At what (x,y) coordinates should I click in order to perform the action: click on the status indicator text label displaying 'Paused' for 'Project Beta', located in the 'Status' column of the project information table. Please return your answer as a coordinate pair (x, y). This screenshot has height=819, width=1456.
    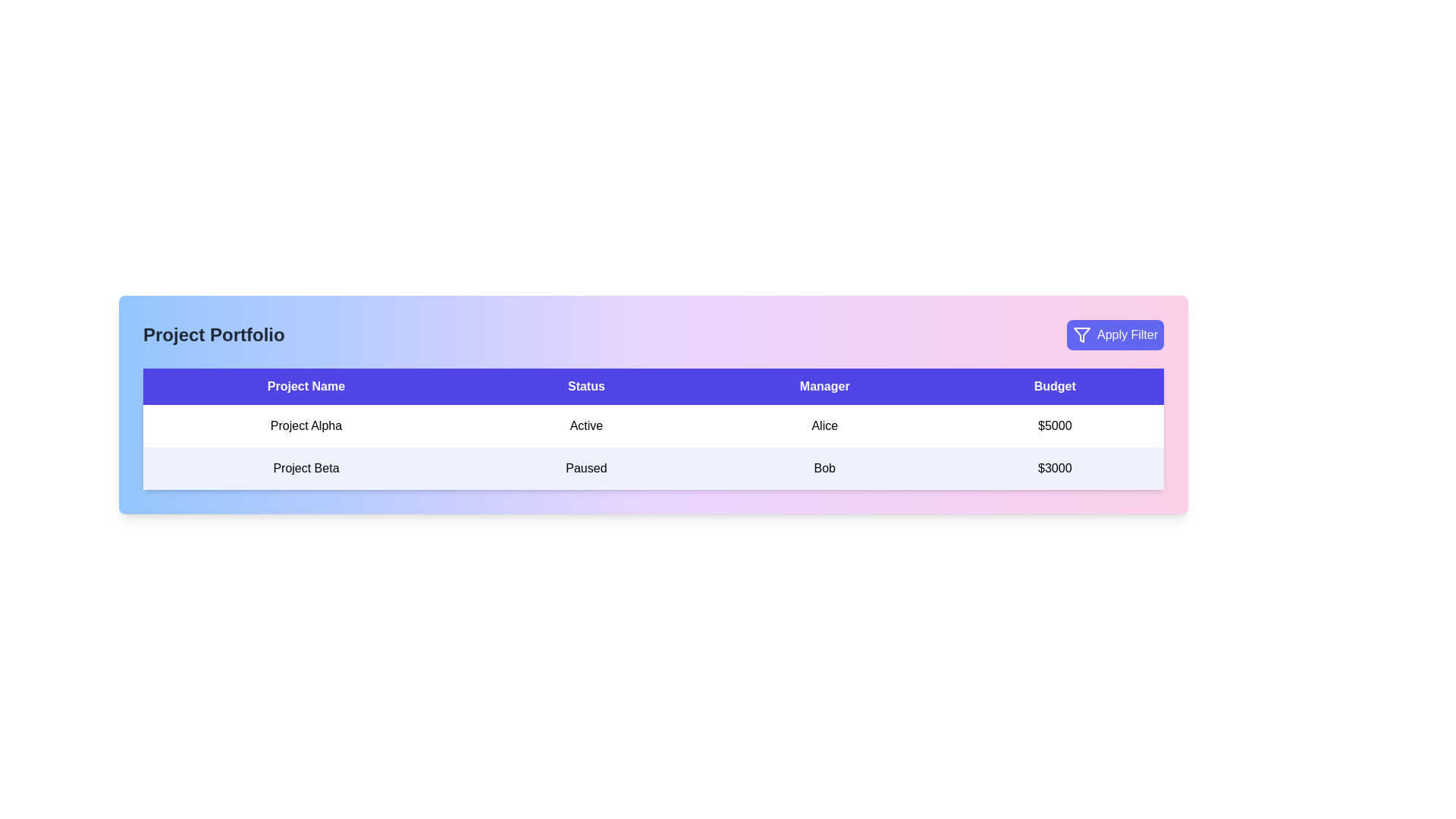
    Looking at the image, I should click on (585, 467).